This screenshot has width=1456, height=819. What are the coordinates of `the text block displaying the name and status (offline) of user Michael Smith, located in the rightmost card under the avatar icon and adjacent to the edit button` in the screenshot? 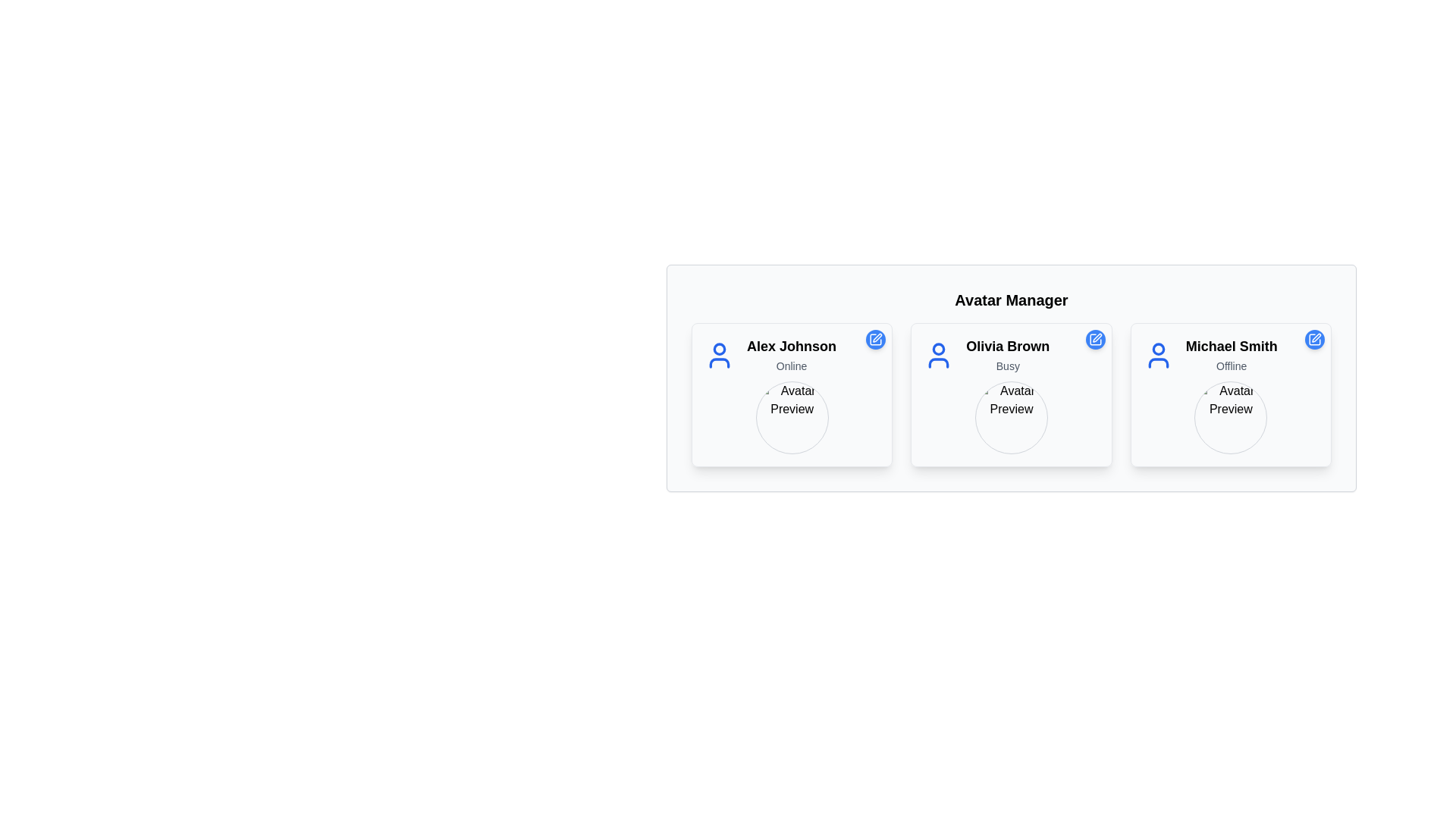 It's located at (1232, 356).